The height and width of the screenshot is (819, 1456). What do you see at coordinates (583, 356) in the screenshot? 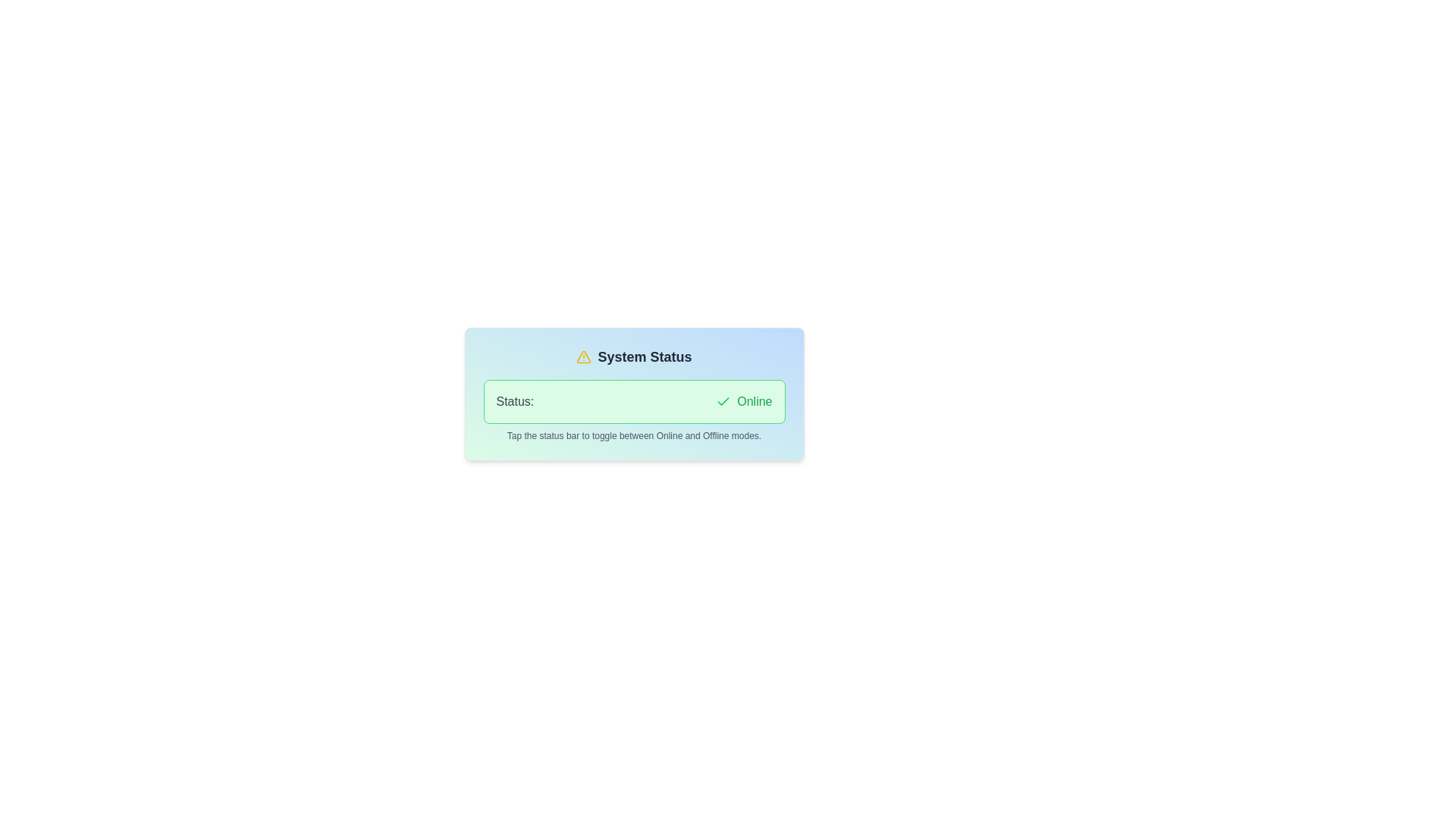
I see `the warning icon that represents a system status alert, located to the left of the 'System Status' text in the top section of the card` at bounding box center [583, 356].